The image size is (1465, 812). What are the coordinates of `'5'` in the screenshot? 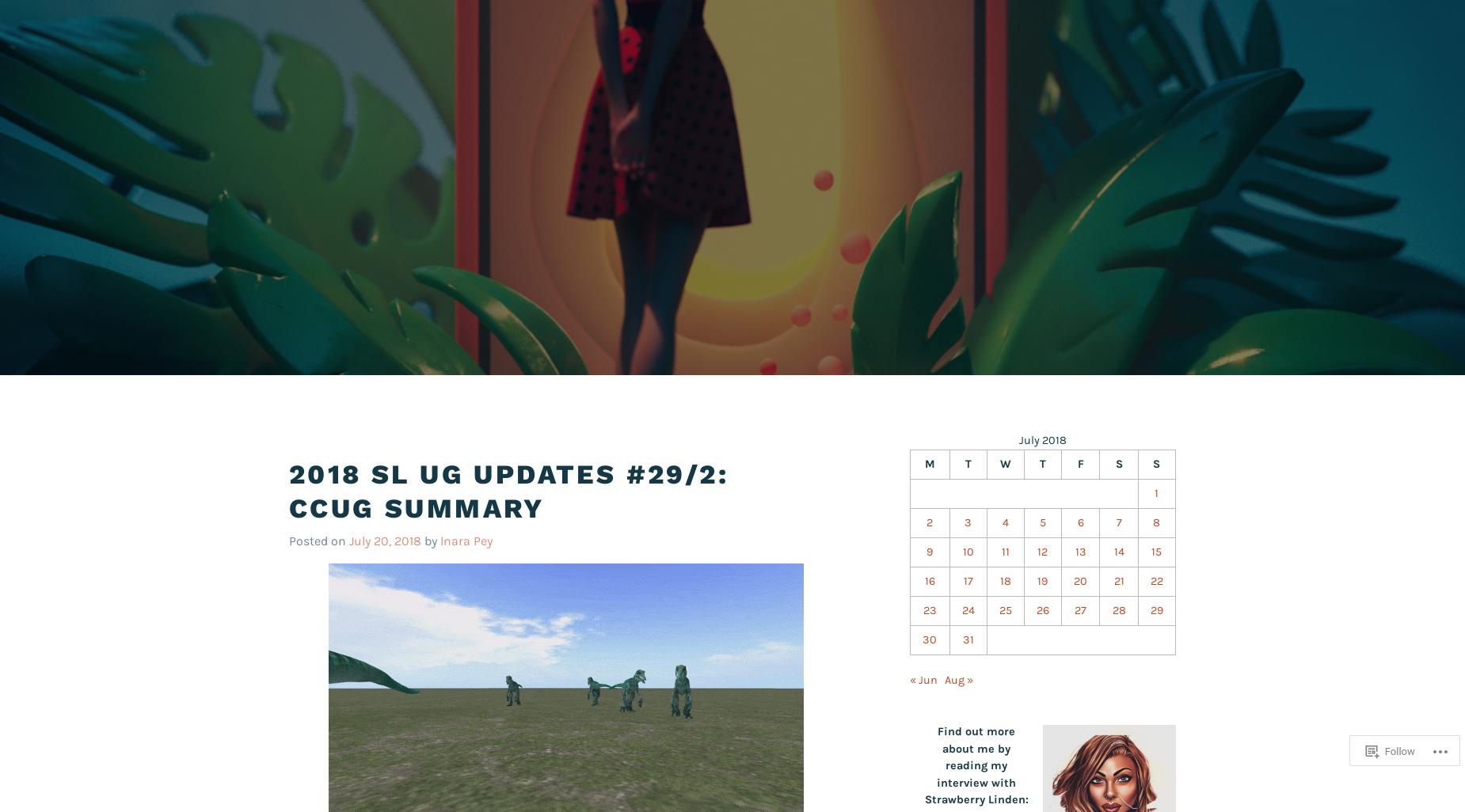 It's located at (1041, 522).